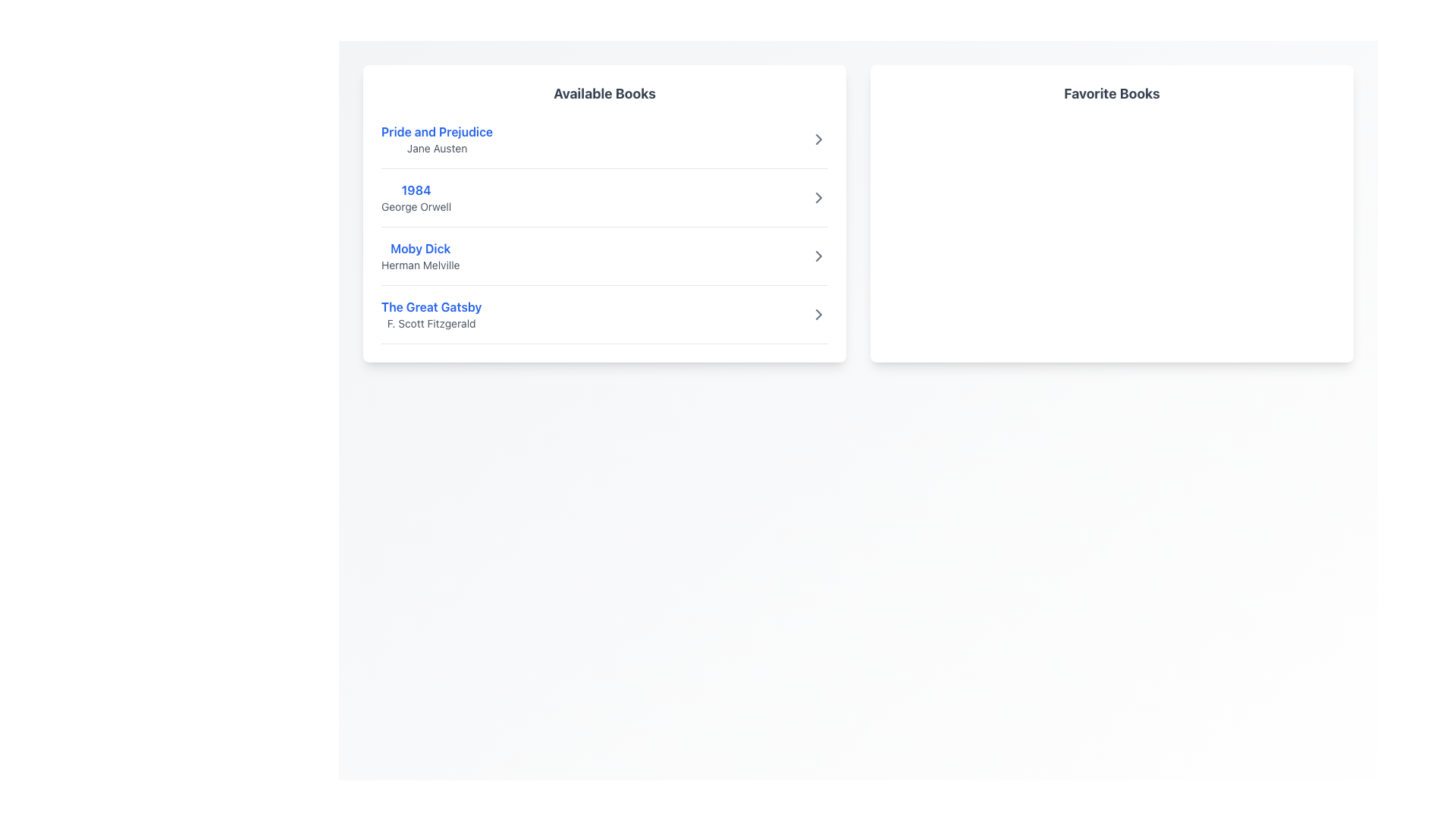 Image resolution: width=1456 pixels, height=819 pixels. Describe the element at coordinates (818, 140) in the screenshot. I see `the chevron arrow located on the far right side of the second entry in the 'Available Books' list` at that location.